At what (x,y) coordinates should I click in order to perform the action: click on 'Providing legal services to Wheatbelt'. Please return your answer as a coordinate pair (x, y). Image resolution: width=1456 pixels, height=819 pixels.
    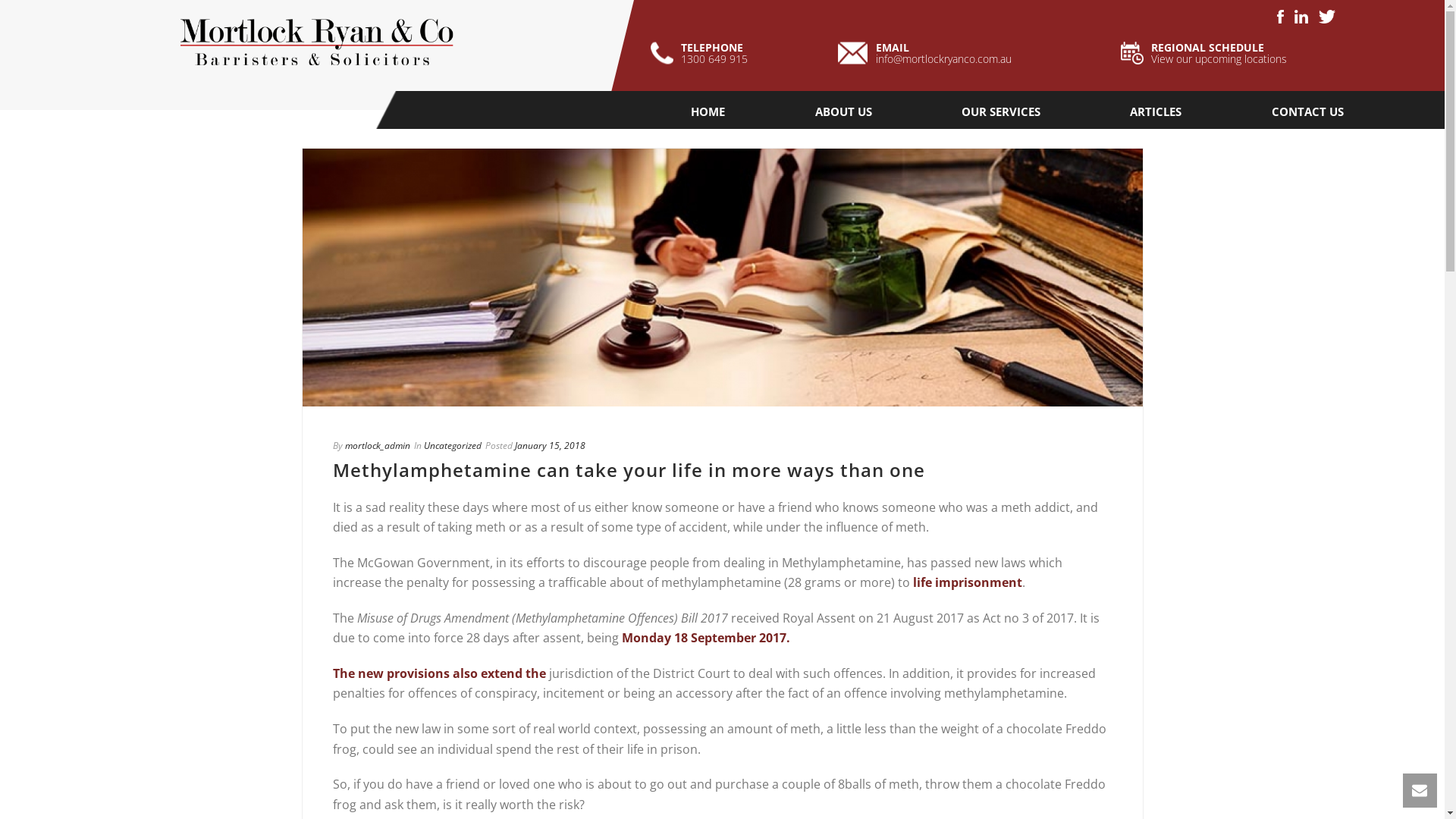
    Looking at the image, I should click on (315, 44).